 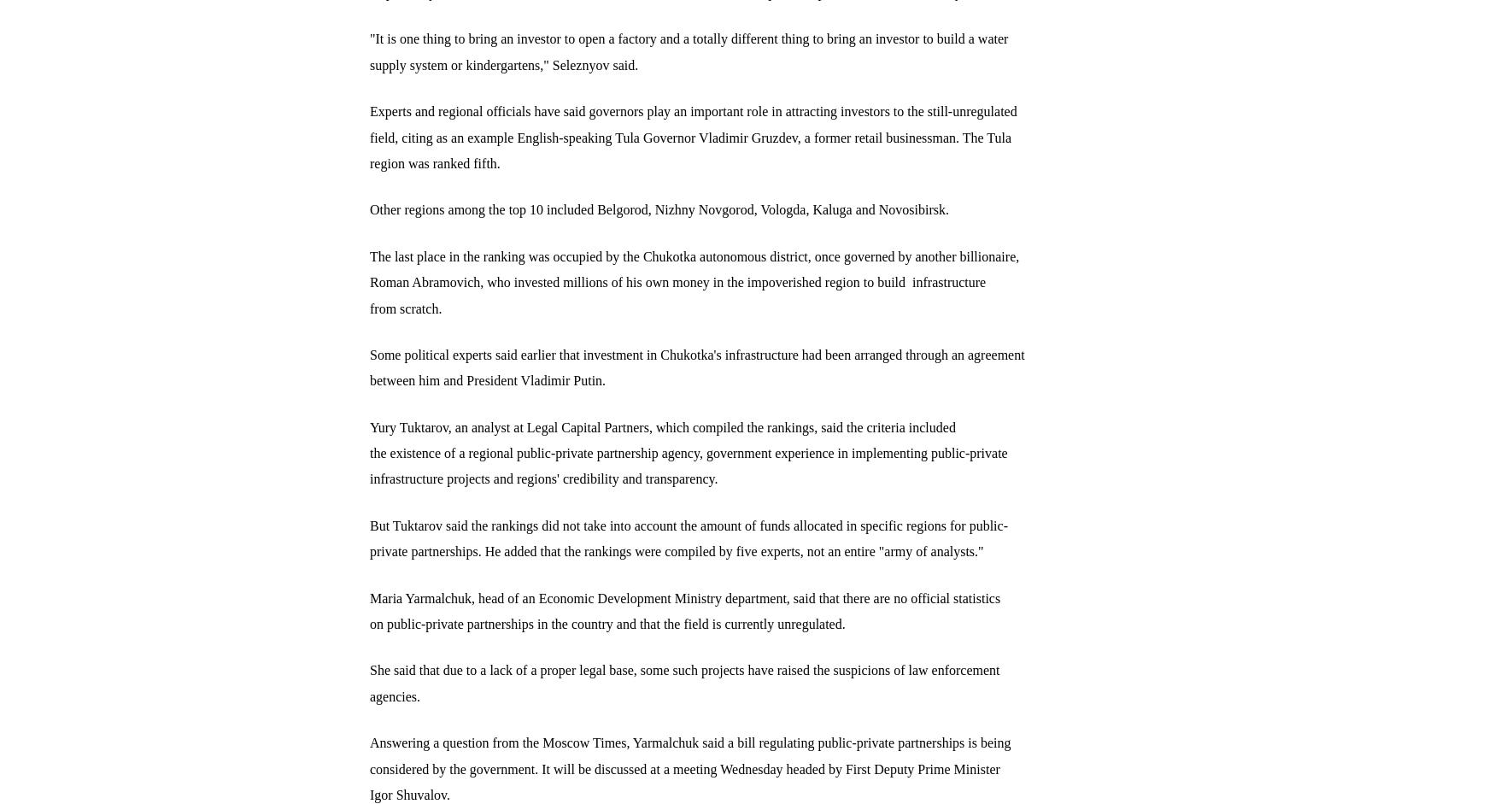 What do you see at coordinates (684, 683) in the screenshot?
I see `'She said that due to a lack of a proper legal base, some such projects have raised the suspicions of law enforcement agencies.'` at bounding box center [684, 683].